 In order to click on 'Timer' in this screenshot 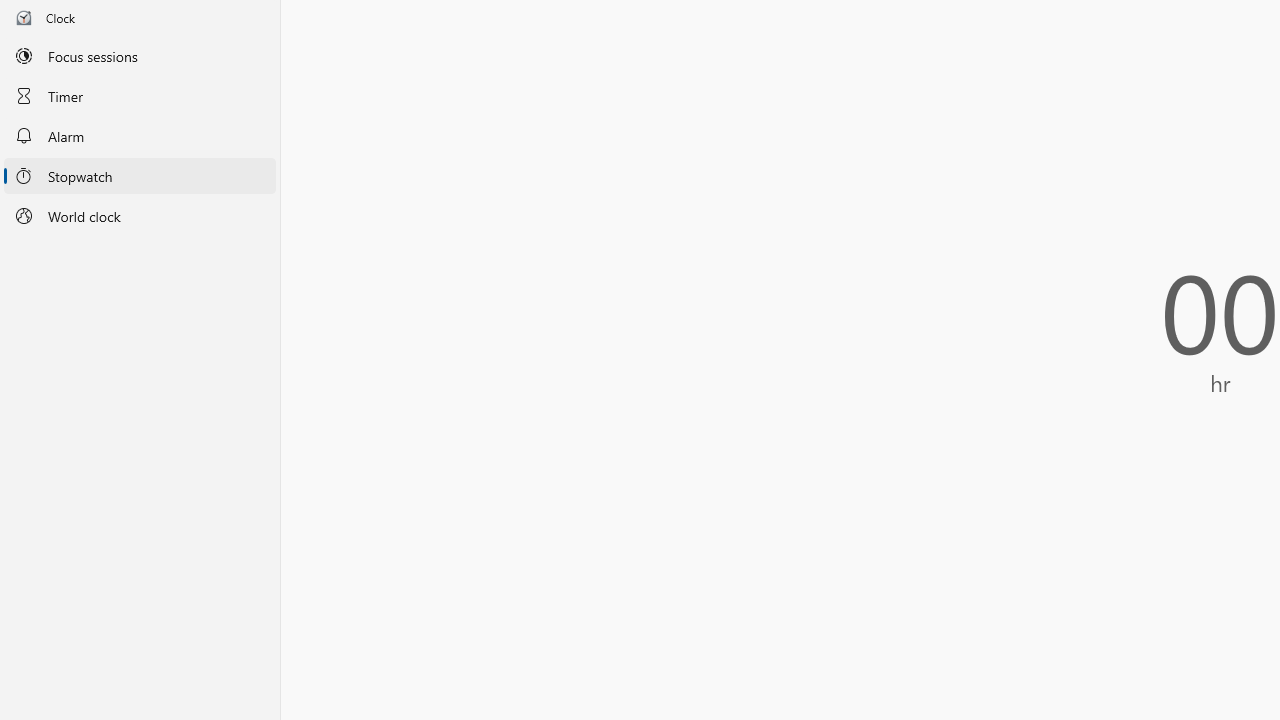, I will do `click(139, 95)`.